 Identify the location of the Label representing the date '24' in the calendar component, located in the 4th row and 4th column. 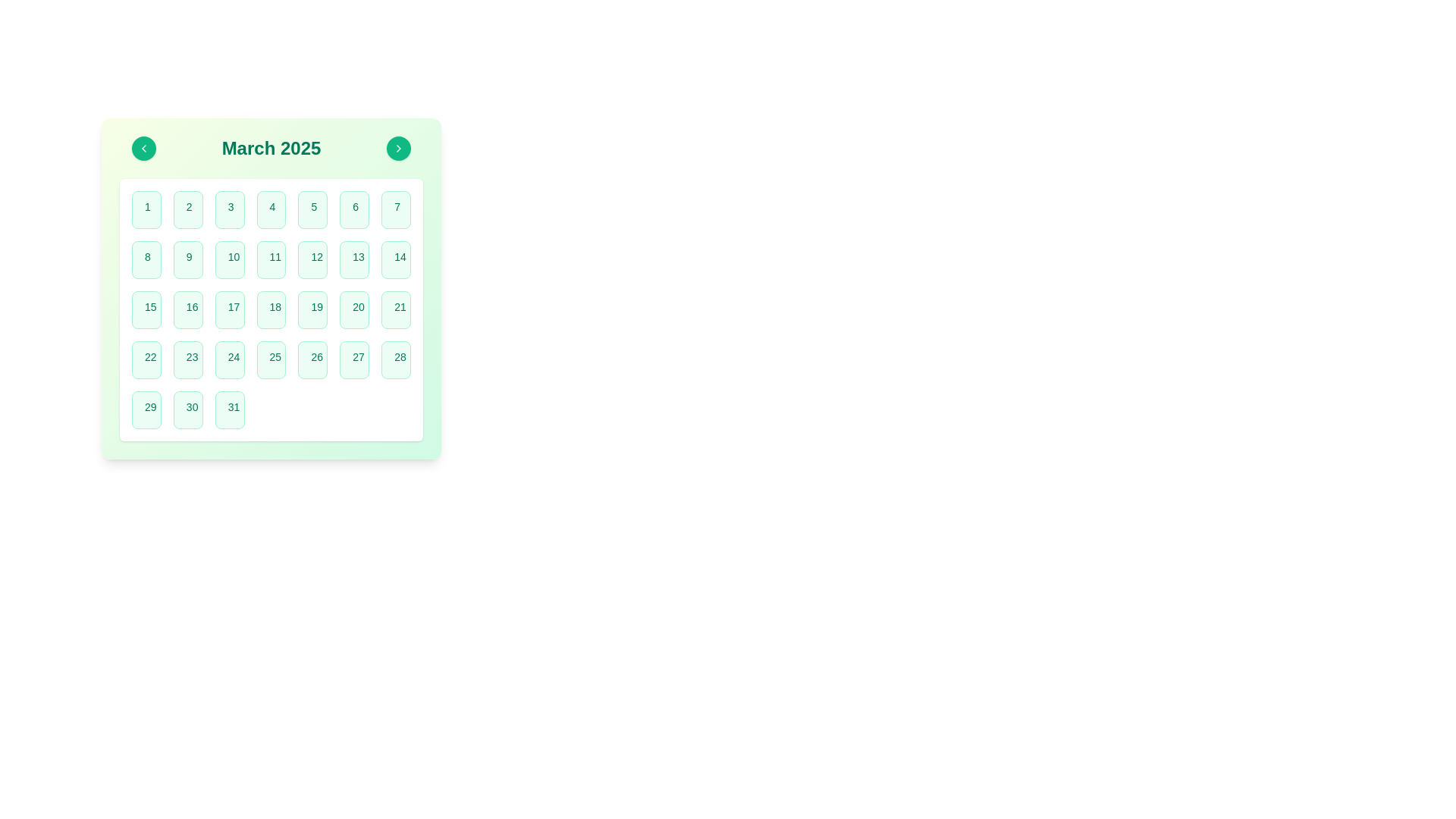
(233, 356).